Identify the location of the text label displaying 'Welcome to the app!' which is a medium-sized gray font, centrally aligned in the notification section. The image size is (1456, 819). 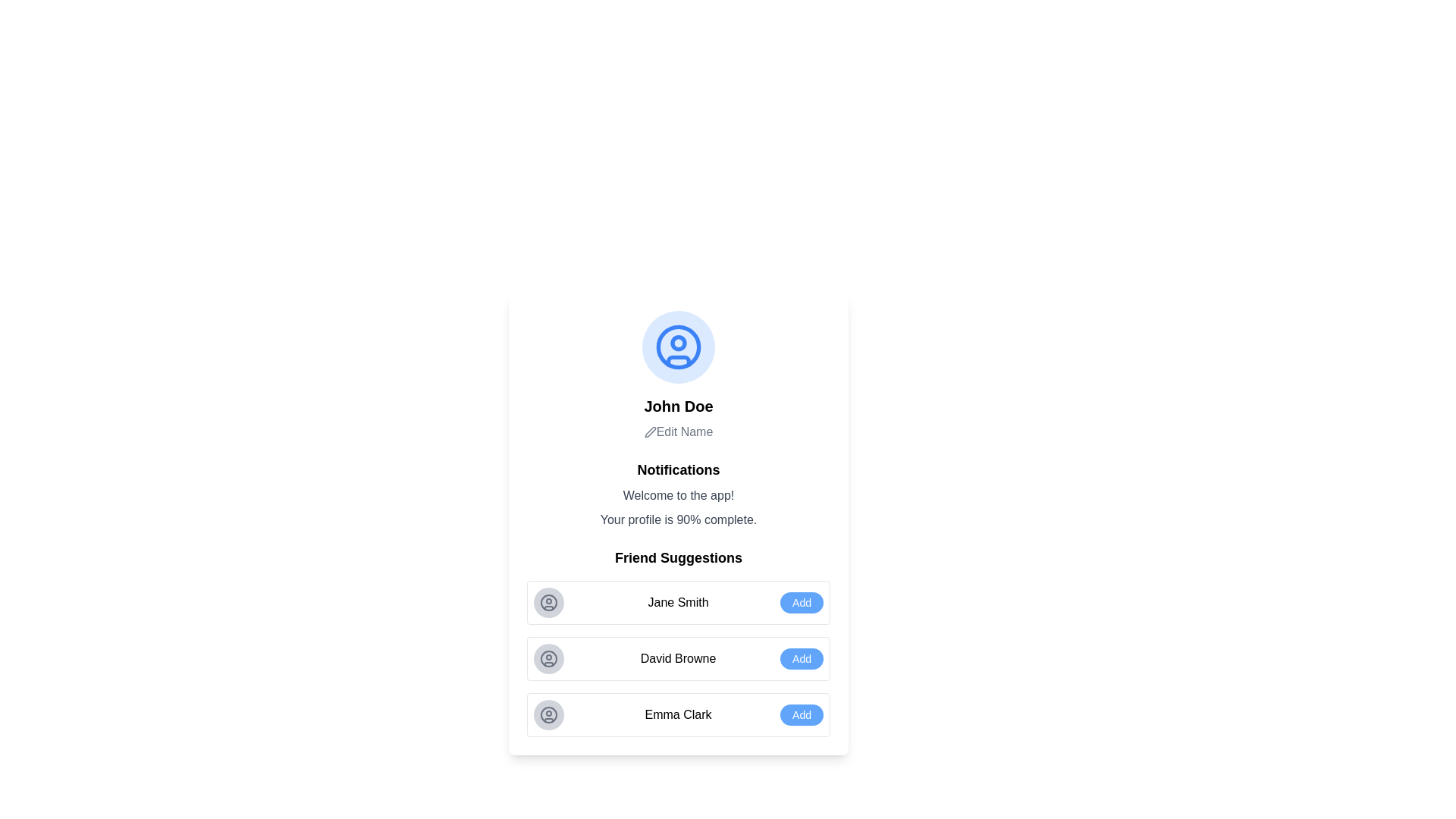
(677, 496).